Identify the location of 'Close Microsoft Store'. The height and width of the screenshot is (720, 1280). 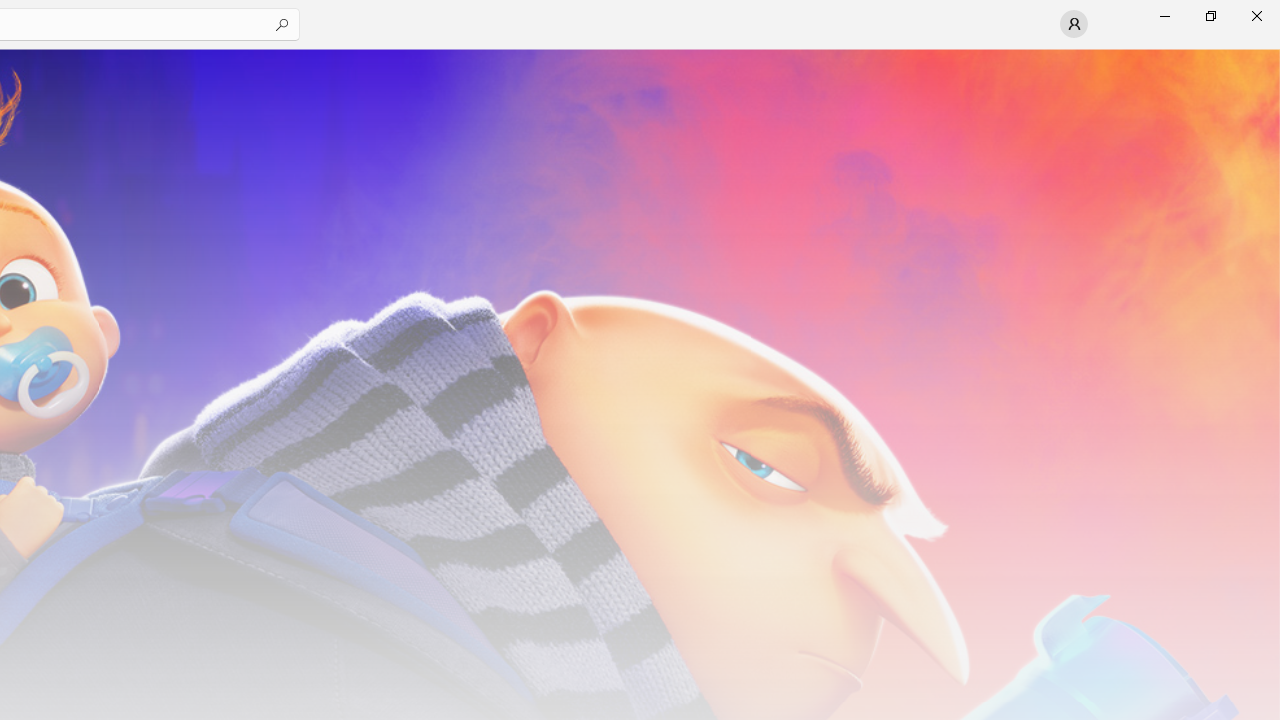
(1255, 15).